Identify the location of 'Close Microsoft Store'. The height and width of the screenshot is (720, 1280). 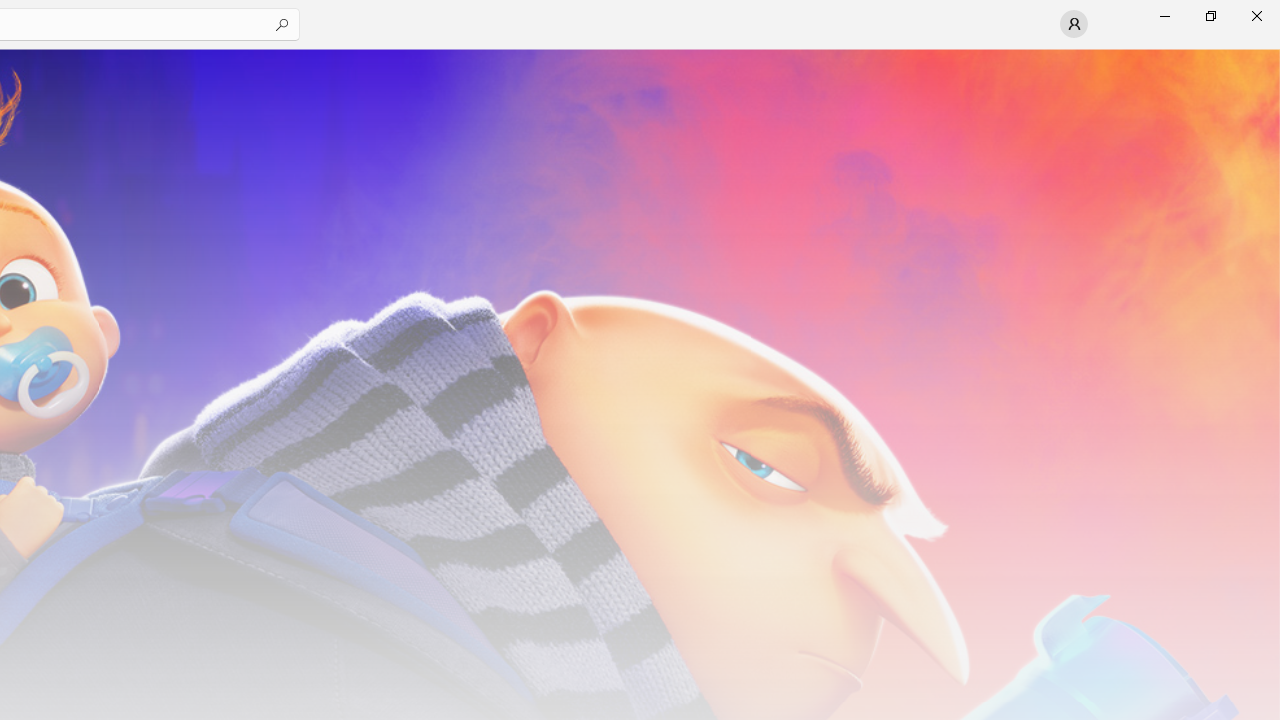
(1255, 15).